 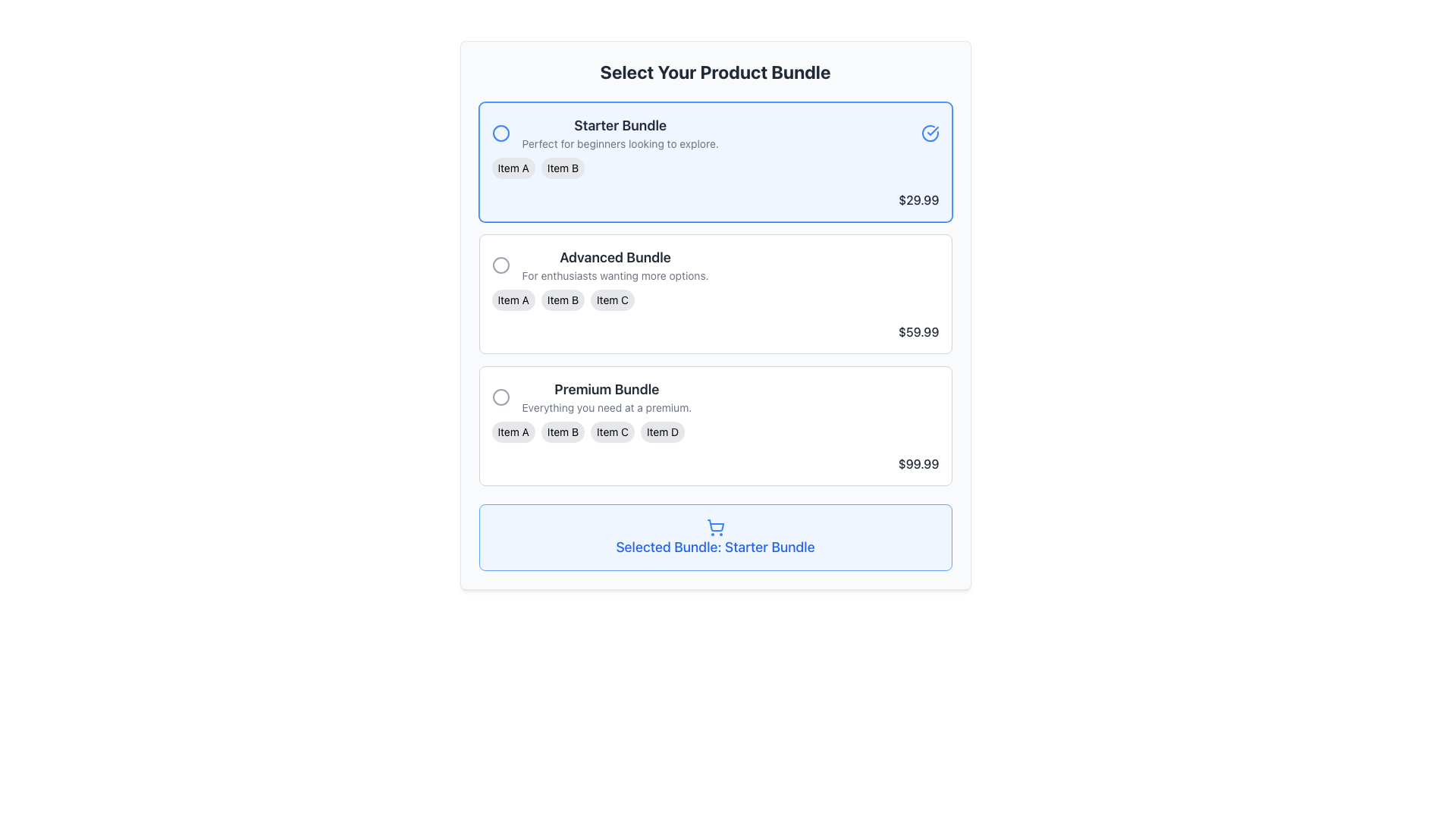 What do you see at coordinates (714, 526) in the screenshot?
I see `the shopping cart icon that confirms the selected bundle, located above the text 'Selected Bundle: Starter Bundle'` at bounding box center [714, 526].